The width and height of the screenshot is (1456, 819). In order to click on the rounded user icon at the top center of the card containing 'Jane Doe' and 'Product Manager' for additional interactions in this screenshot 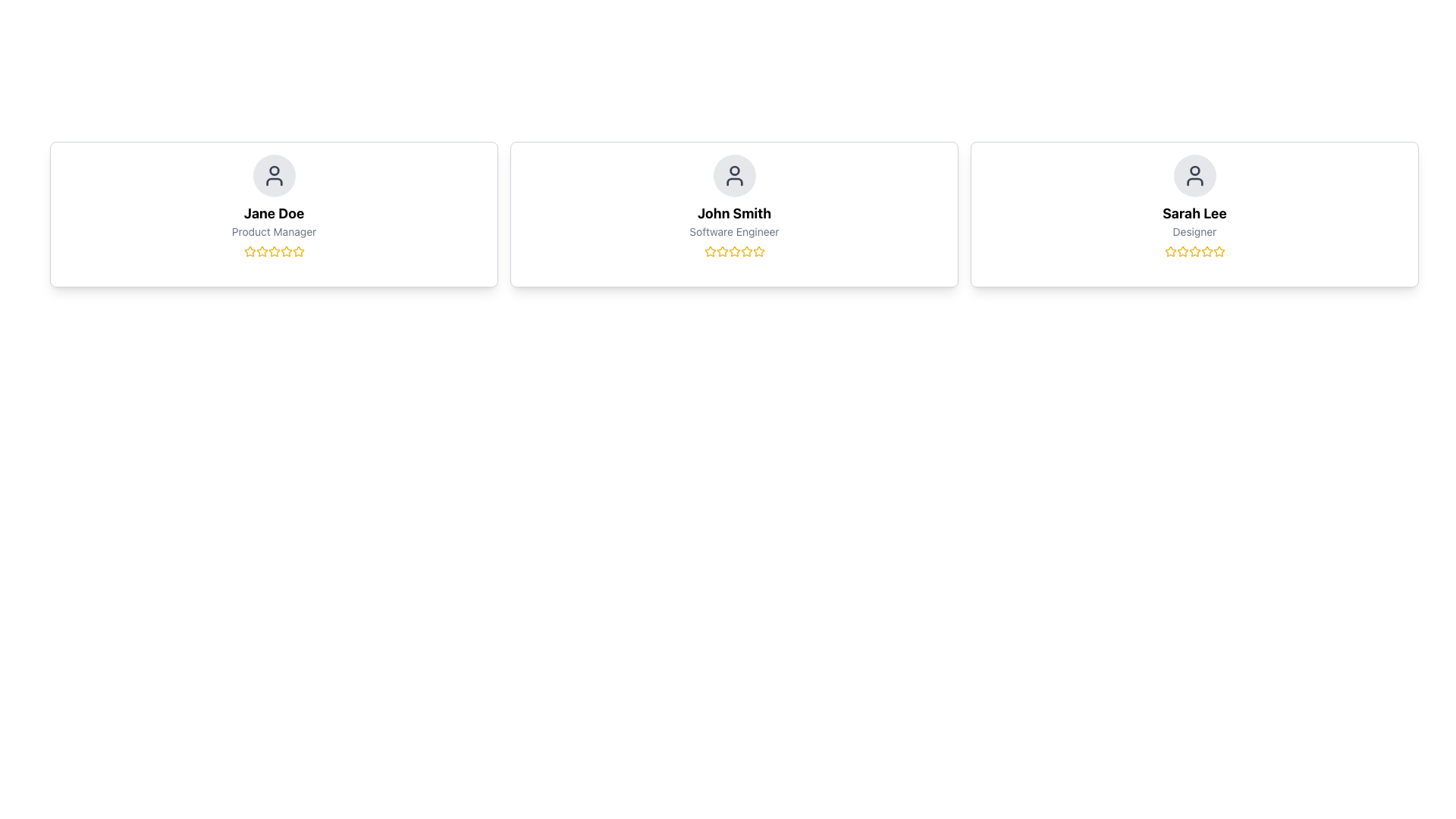, I will do `click(274, 174)`.